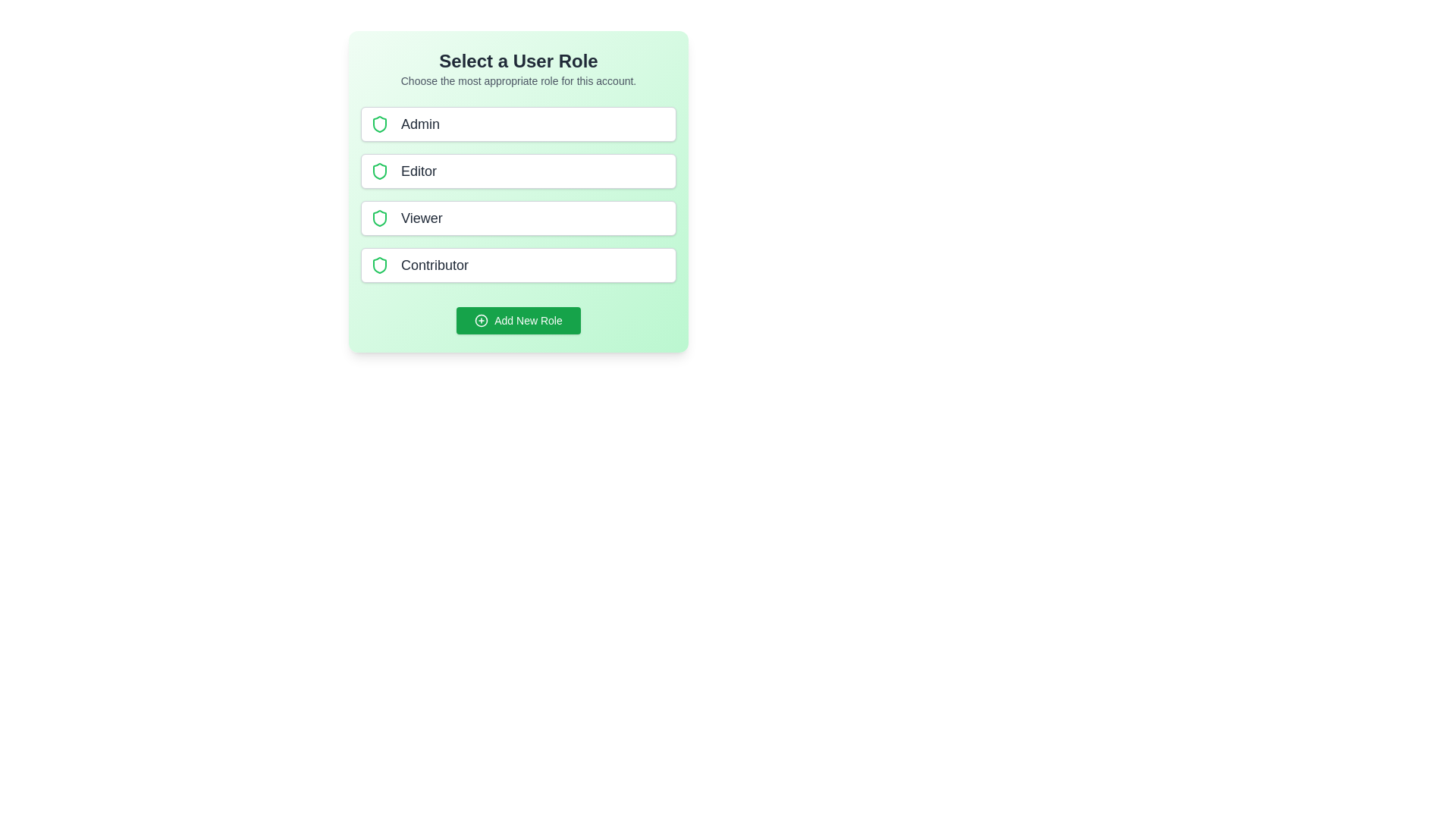  What do you see at coordinates (379, 218) in the screenshot?
I see `the icon next to the role Viewer for examination` at bounding box center [379, 218].